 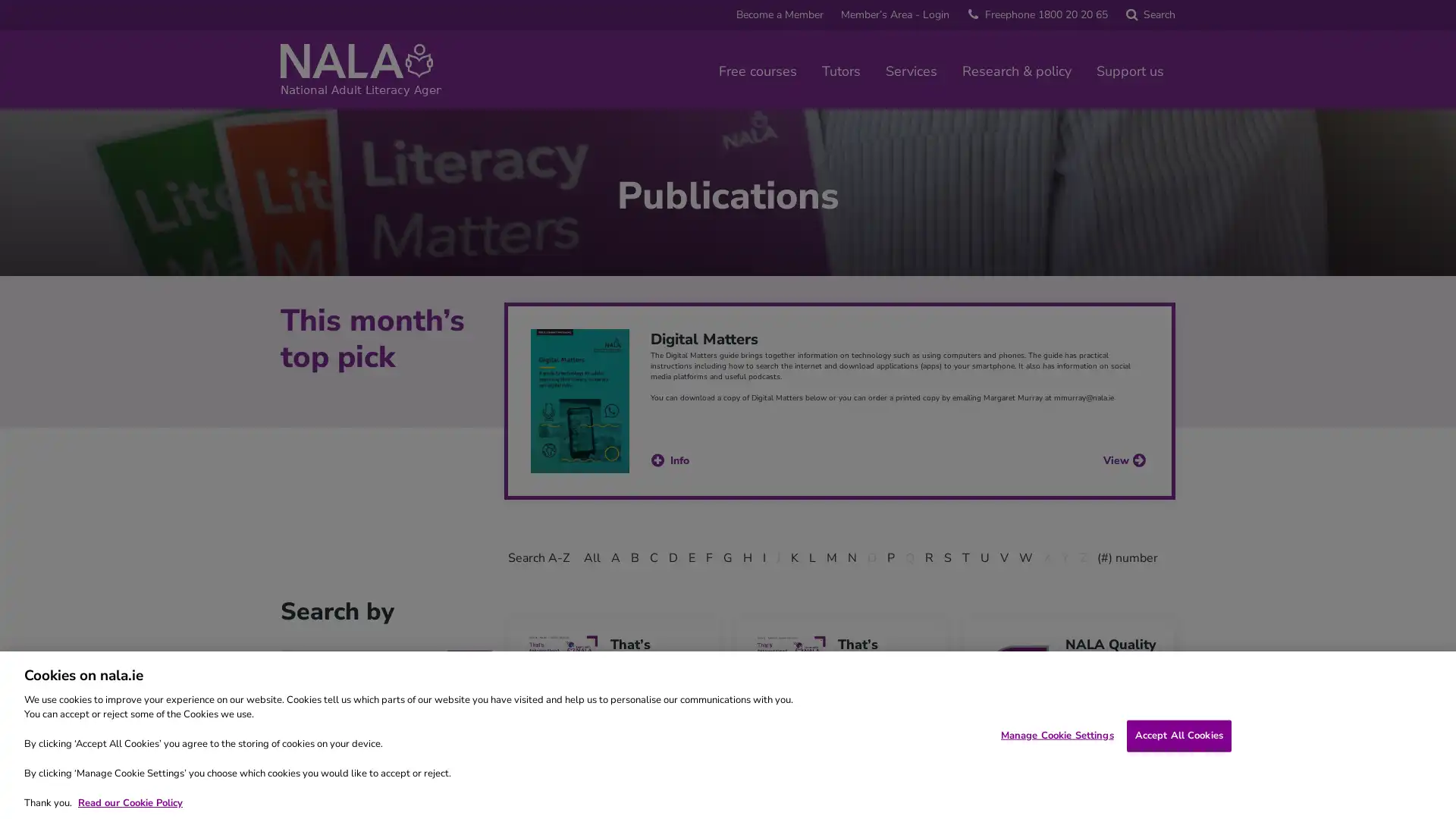 I want to click on Accept All Cookies, so click(x=1178, y=735).